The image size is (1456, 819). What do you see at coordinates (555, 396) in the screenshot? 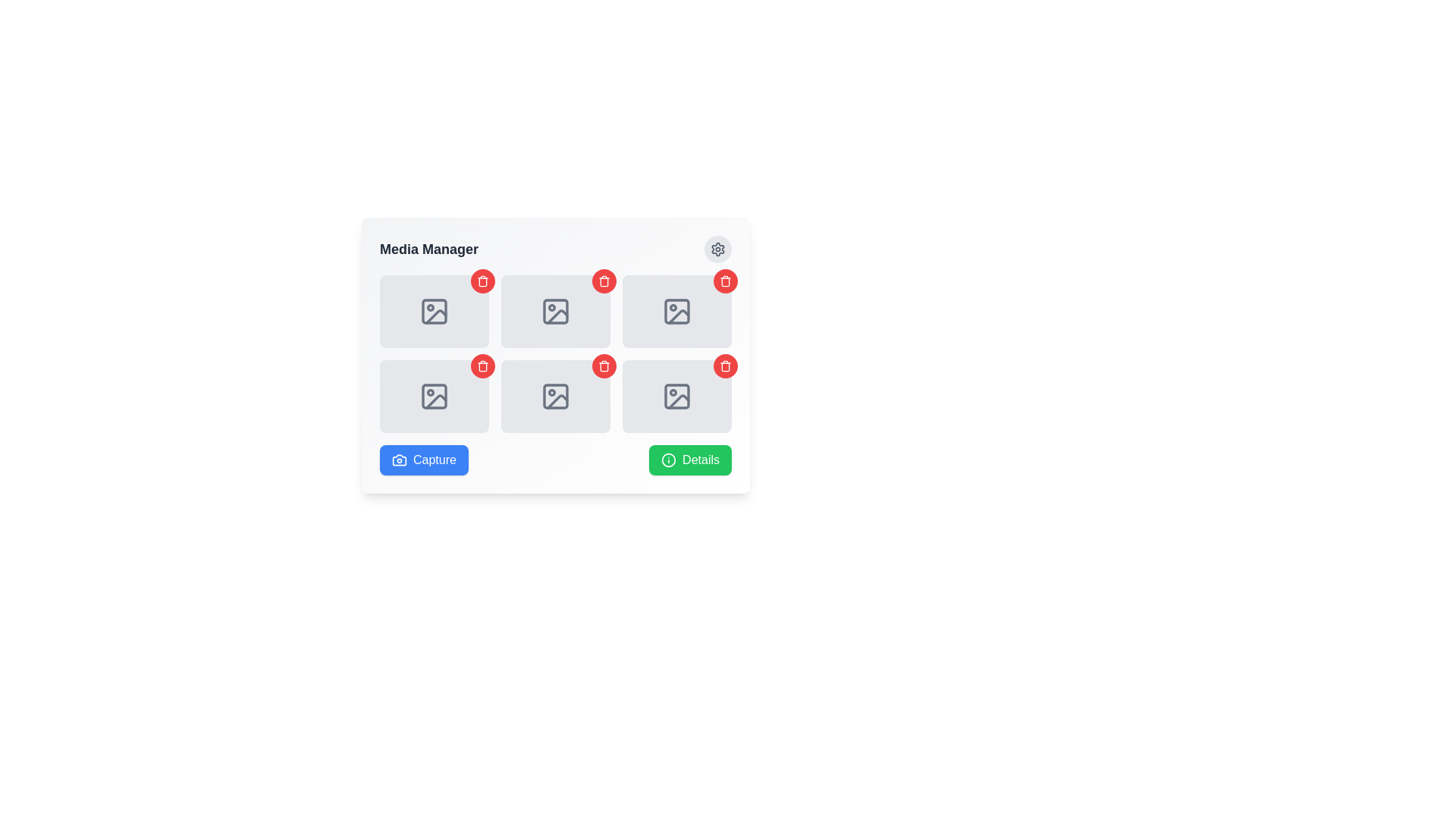
I see `the gray image icon from the Media Manager section` at bounding box center [555, 396].